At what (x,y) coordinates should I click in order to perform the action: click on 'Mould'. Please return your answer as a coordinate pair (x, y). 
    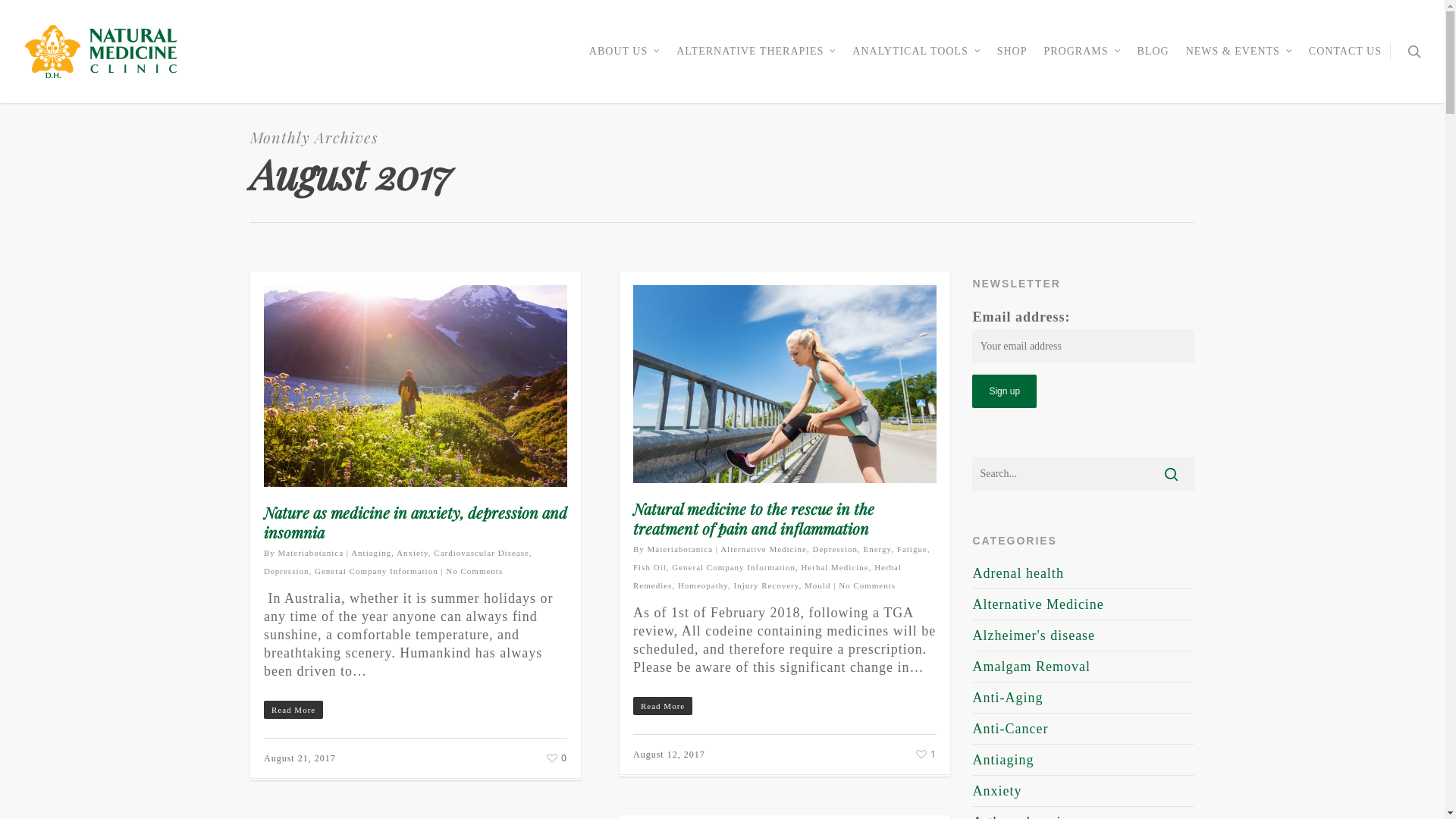
    Looking at the image, I should click on (803, 584).